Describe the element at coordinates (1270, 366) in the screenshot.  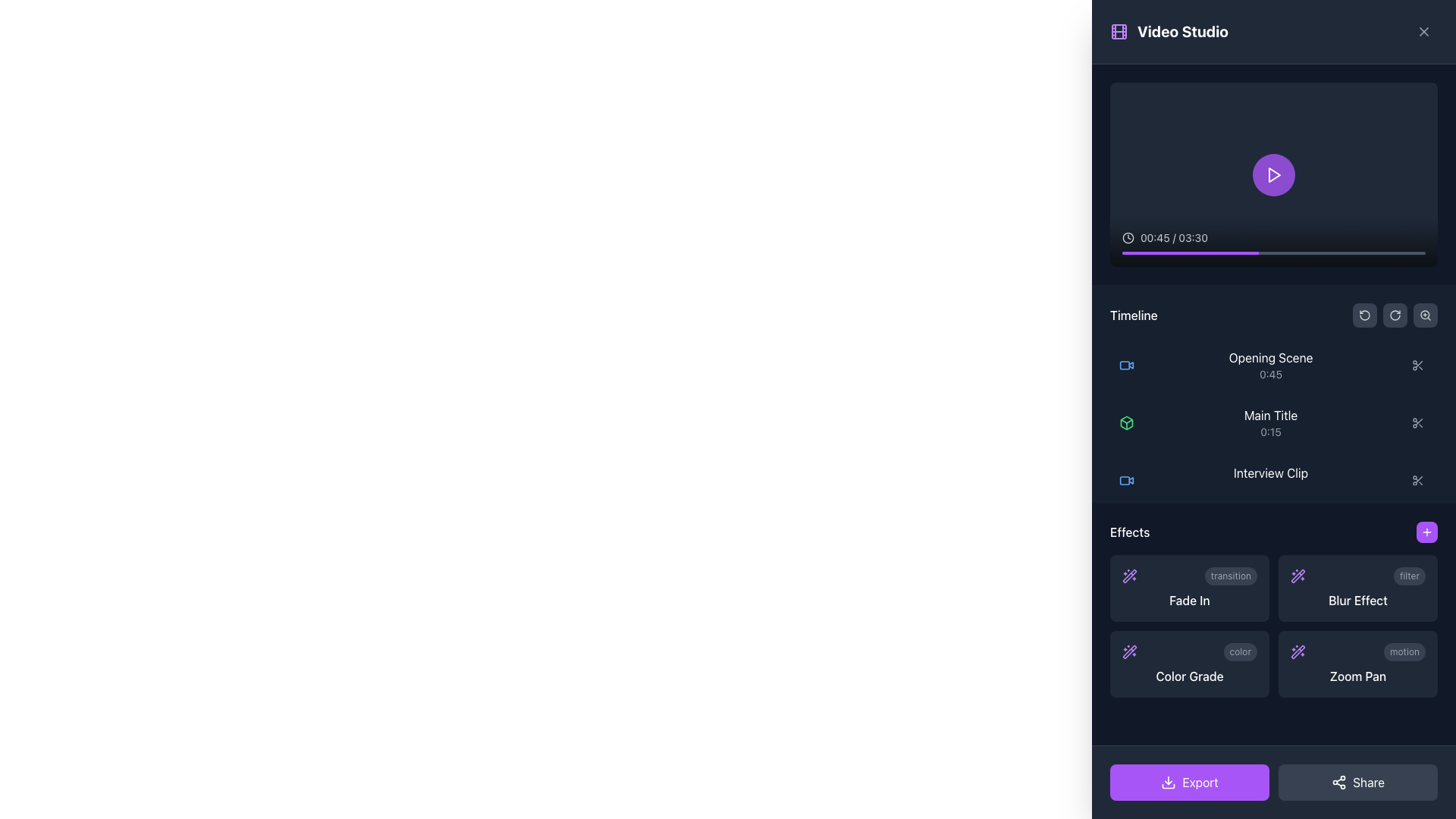
I see `to select the first timeline entry labeled 'Opening Scene' in the dark themed interface` at that location.